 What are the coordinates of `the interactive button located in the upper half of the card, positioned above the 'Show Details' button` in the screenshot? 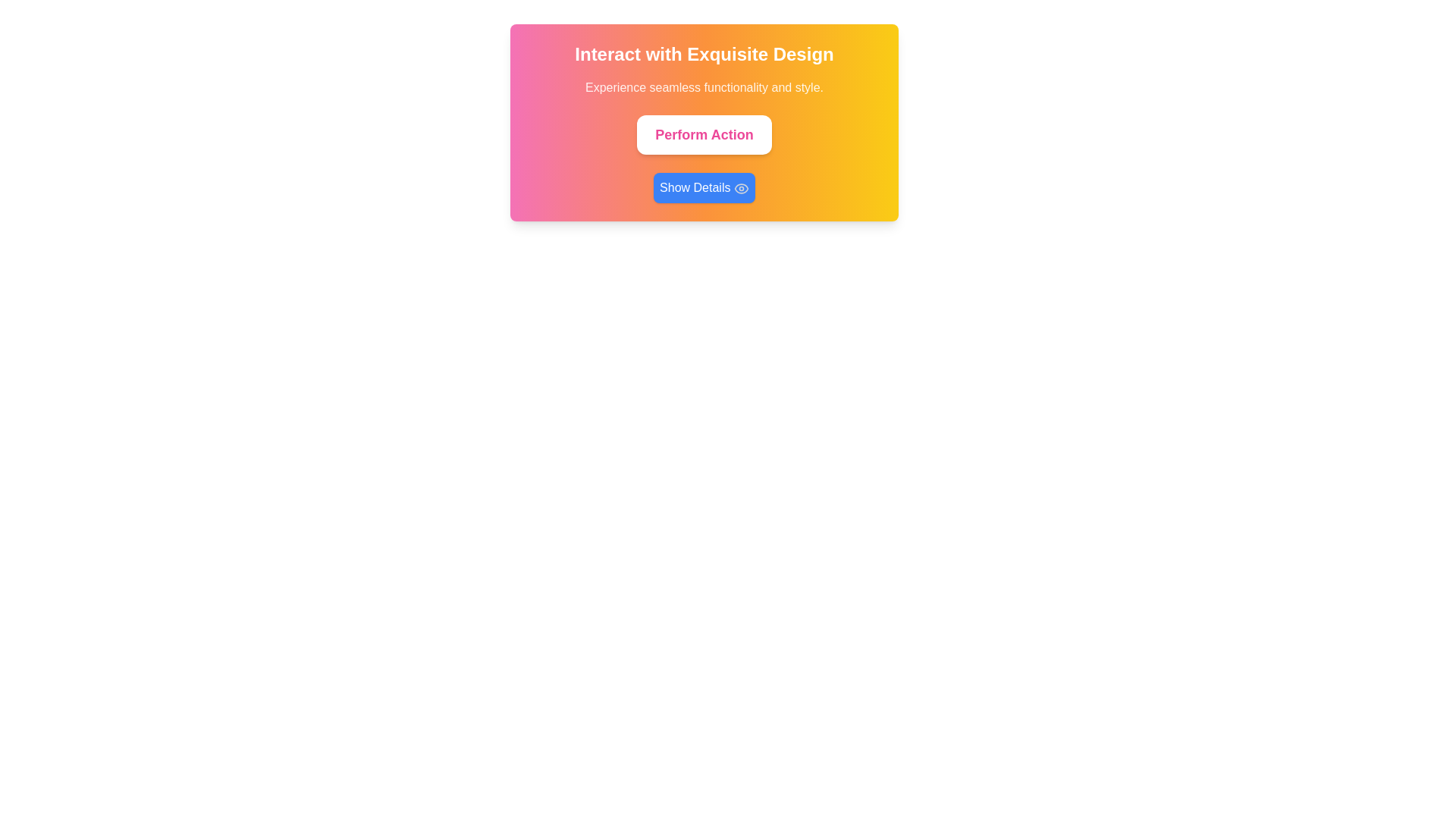 It's located at (703, 133).